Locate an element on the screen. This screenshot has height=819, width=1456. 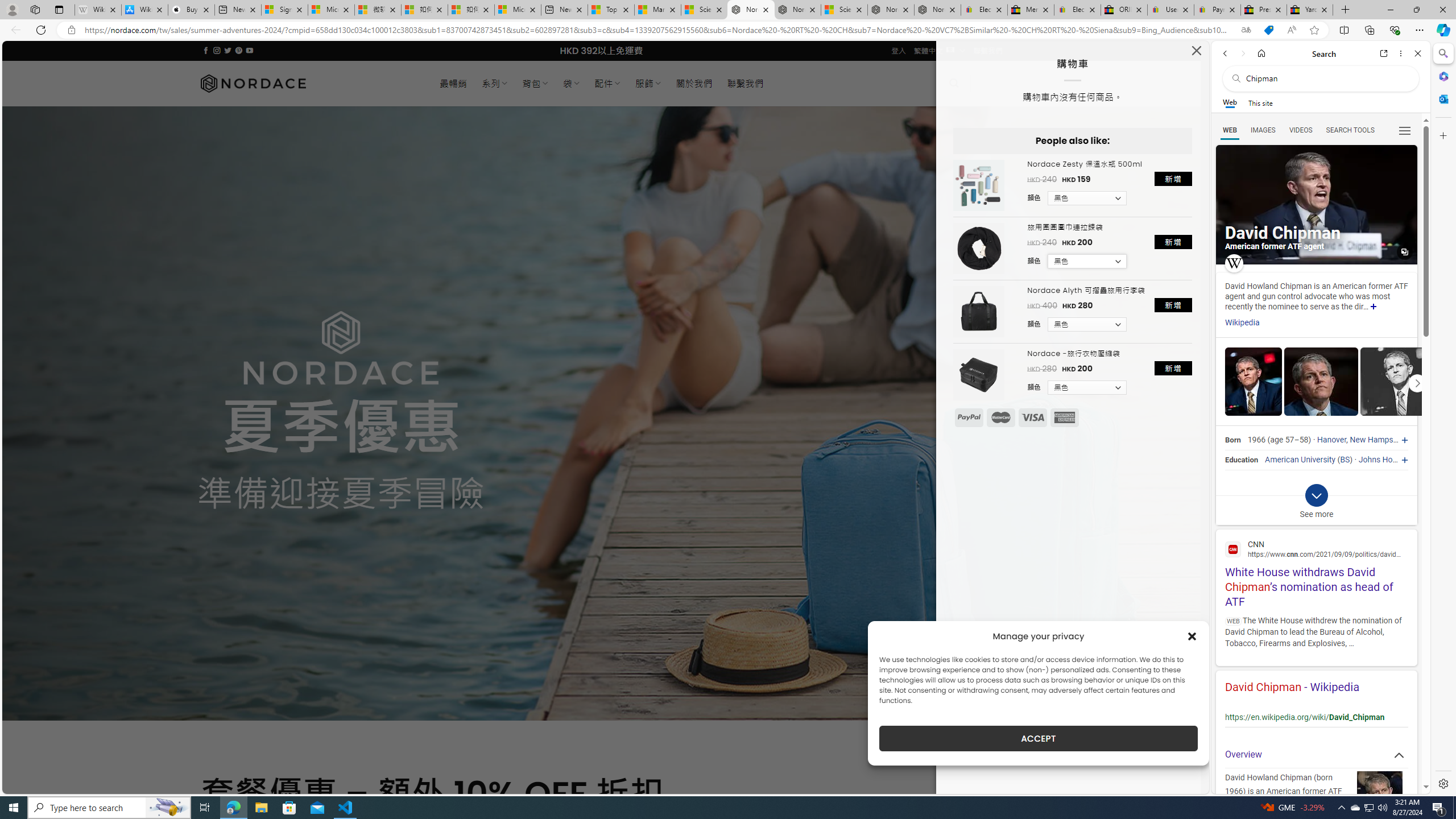
'Follow on Instagram' is located at coordinates (216, 50).